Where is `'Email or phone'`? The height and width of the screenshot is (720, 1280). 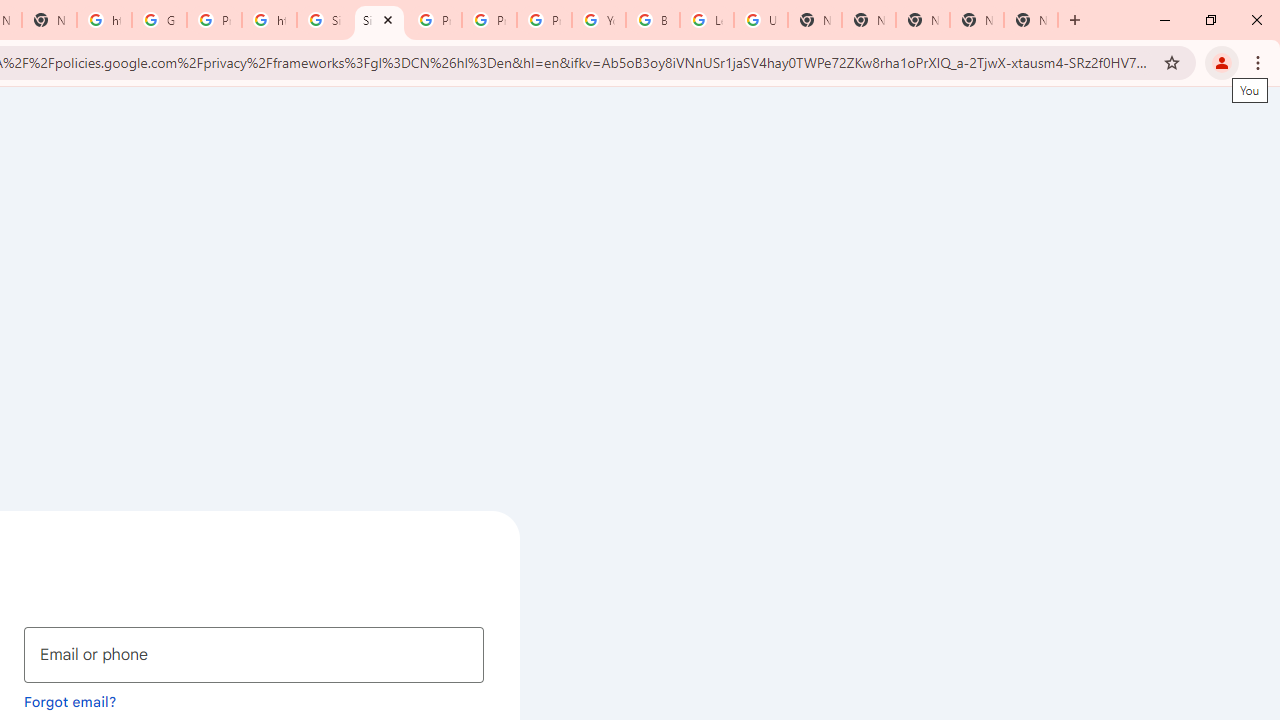
'Email or phone' is located at coordinates (253, 654).